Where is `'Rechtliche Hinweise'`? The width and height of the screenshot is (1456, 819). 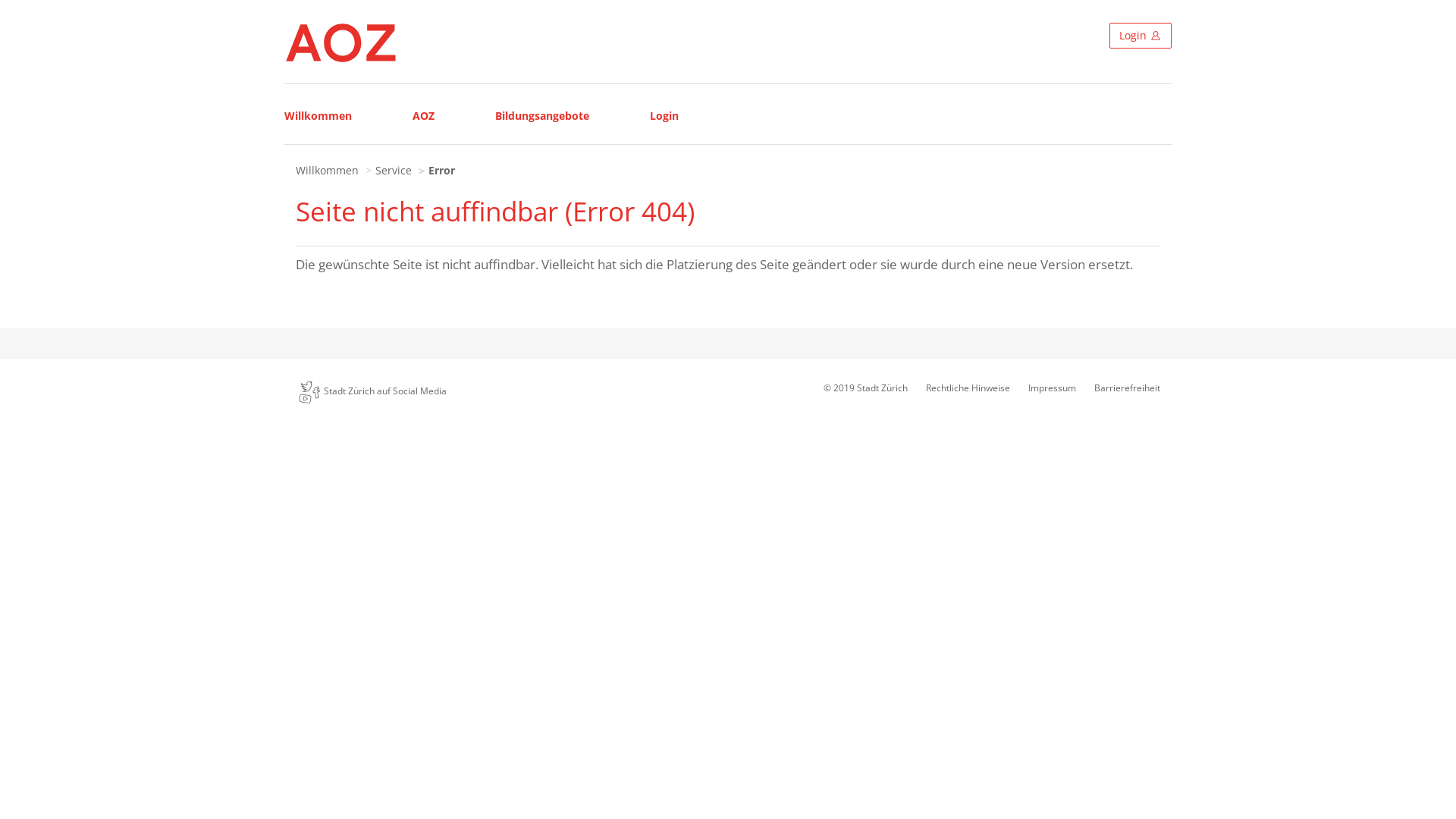 'Rechtliche Hinweise' is located at coordinates (924, 387).